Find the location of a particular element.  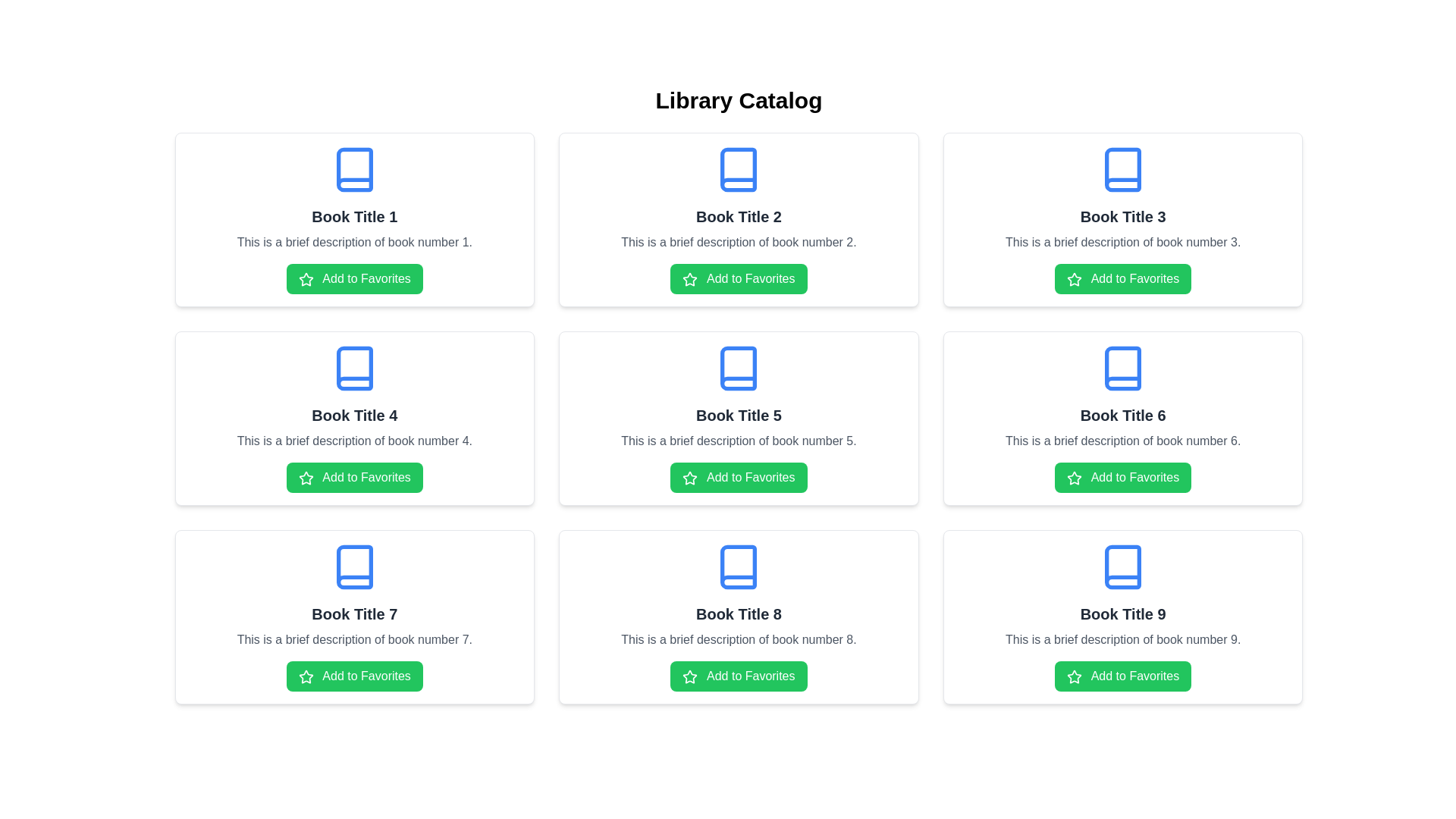

the favorite icon located within the 'Add to Favorites' button for 'Book Title 6' is located at coordinates (1074, 478).